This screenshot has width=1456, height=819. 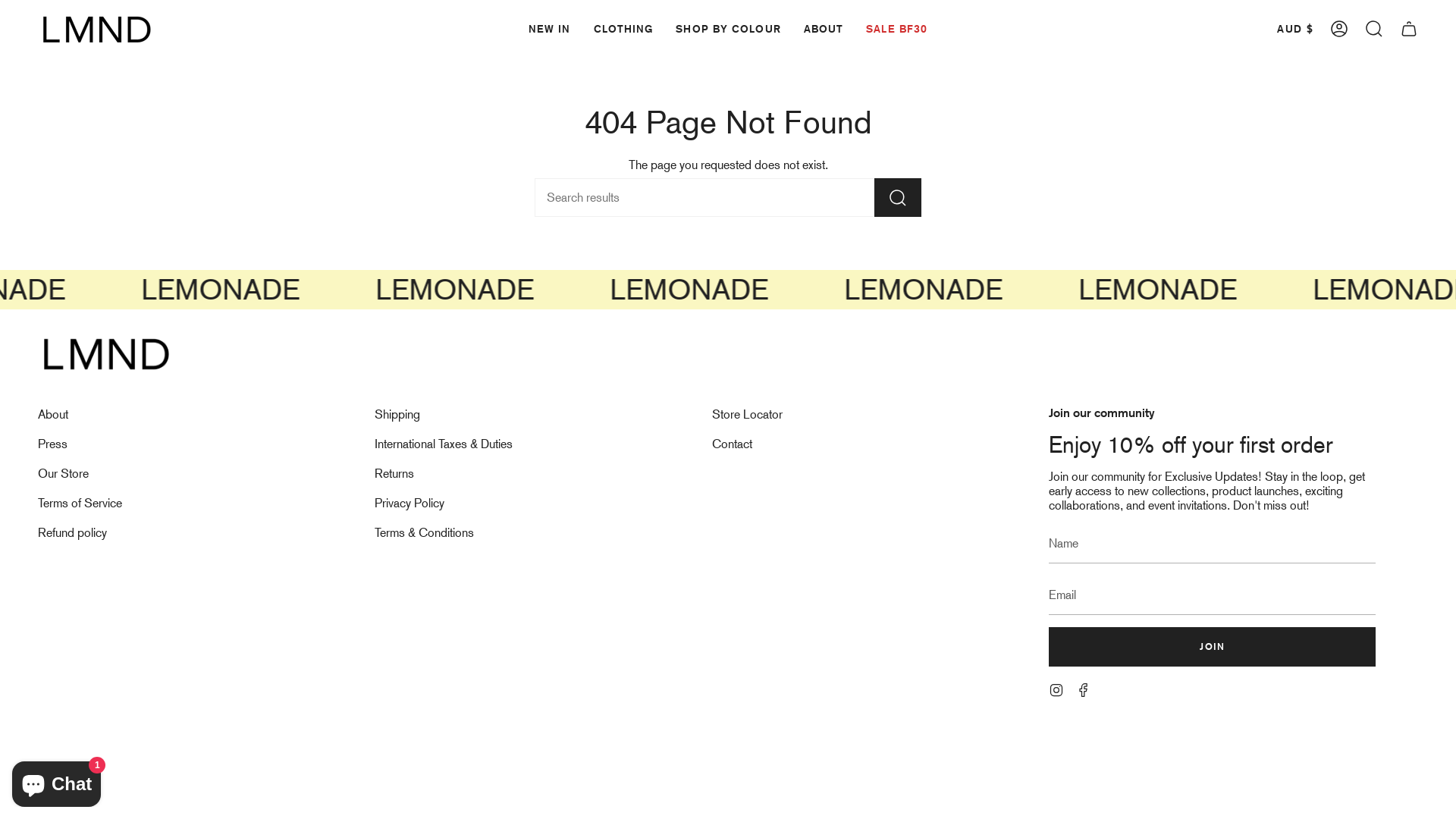 I want to click on 'NEW IN', so click(x=516, y=29).